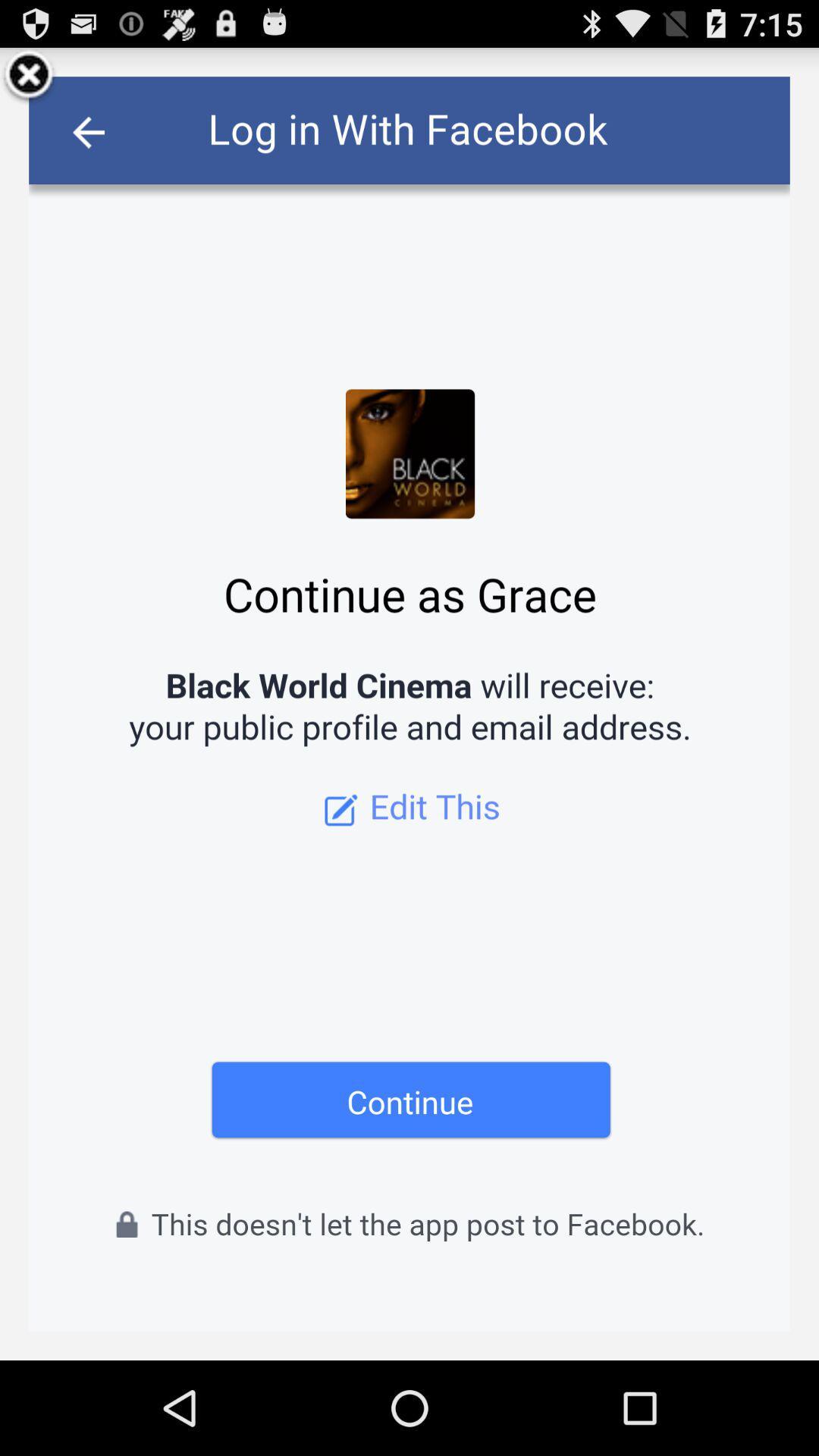 This screenshot has width=819, height=1456. What do you see at coordinates (409, 703) in the screenshot?
I see `login page` at bounding box center [409, 703].